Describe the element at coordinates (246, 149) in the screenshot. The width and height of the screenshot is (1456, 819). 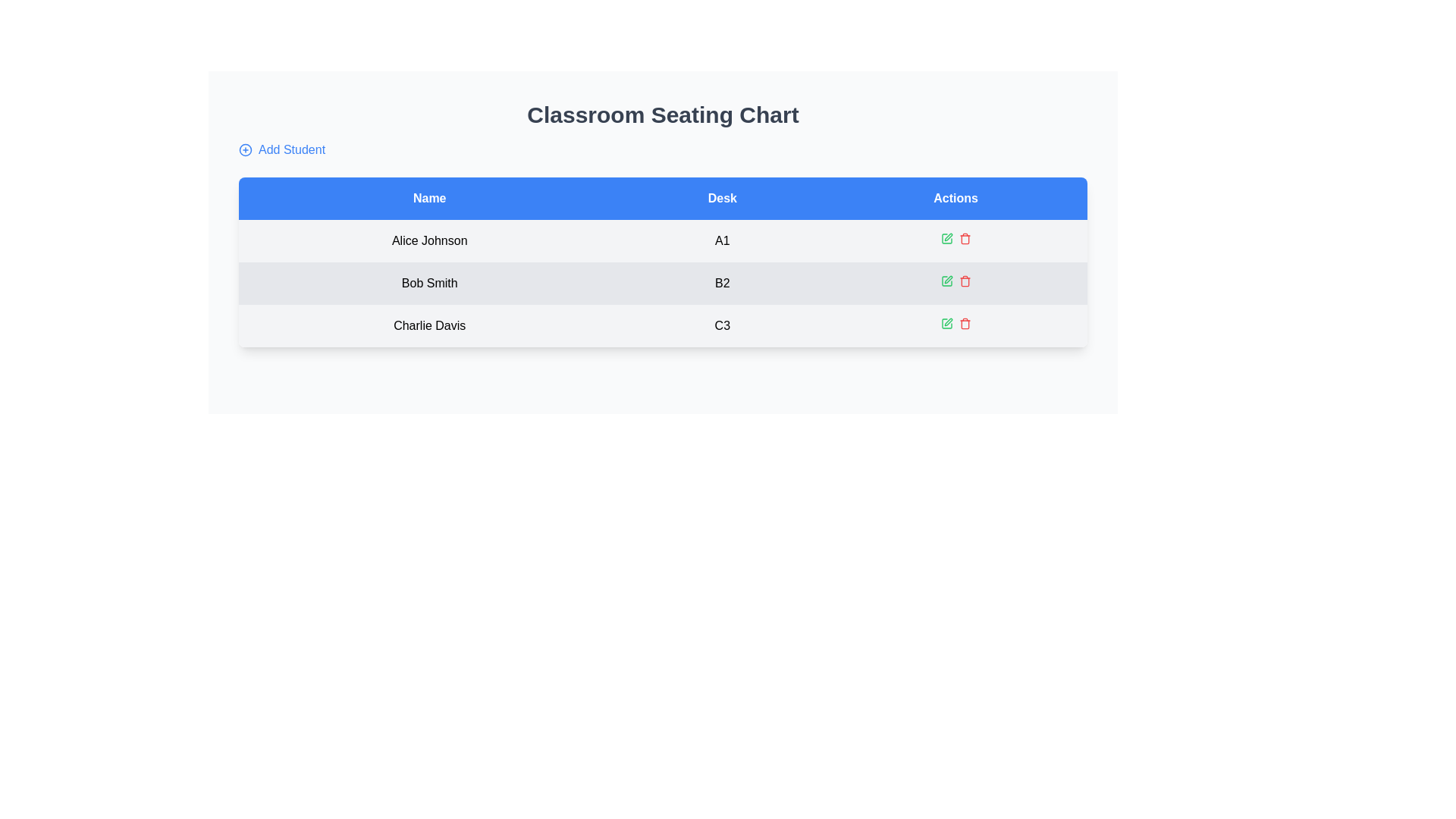
I see `the circle element that is part of an SVG graphic, which resembles a '+' symbol and is located to the left of the 'Add Student' text link` at that location.